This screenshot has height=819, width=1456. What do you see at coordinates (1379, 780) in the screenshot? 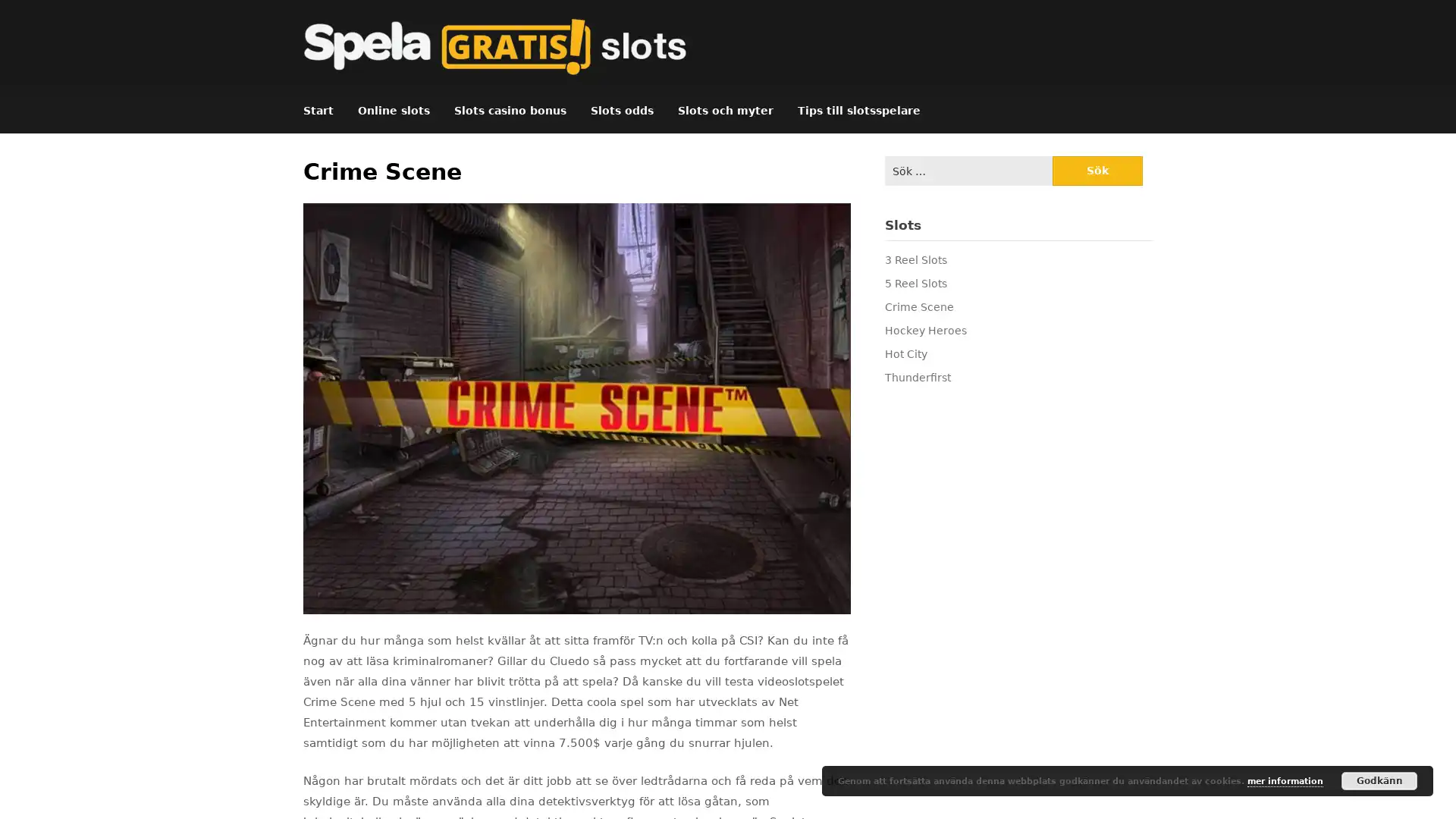
I see `Godkann` at bounding box center [1379, 780].